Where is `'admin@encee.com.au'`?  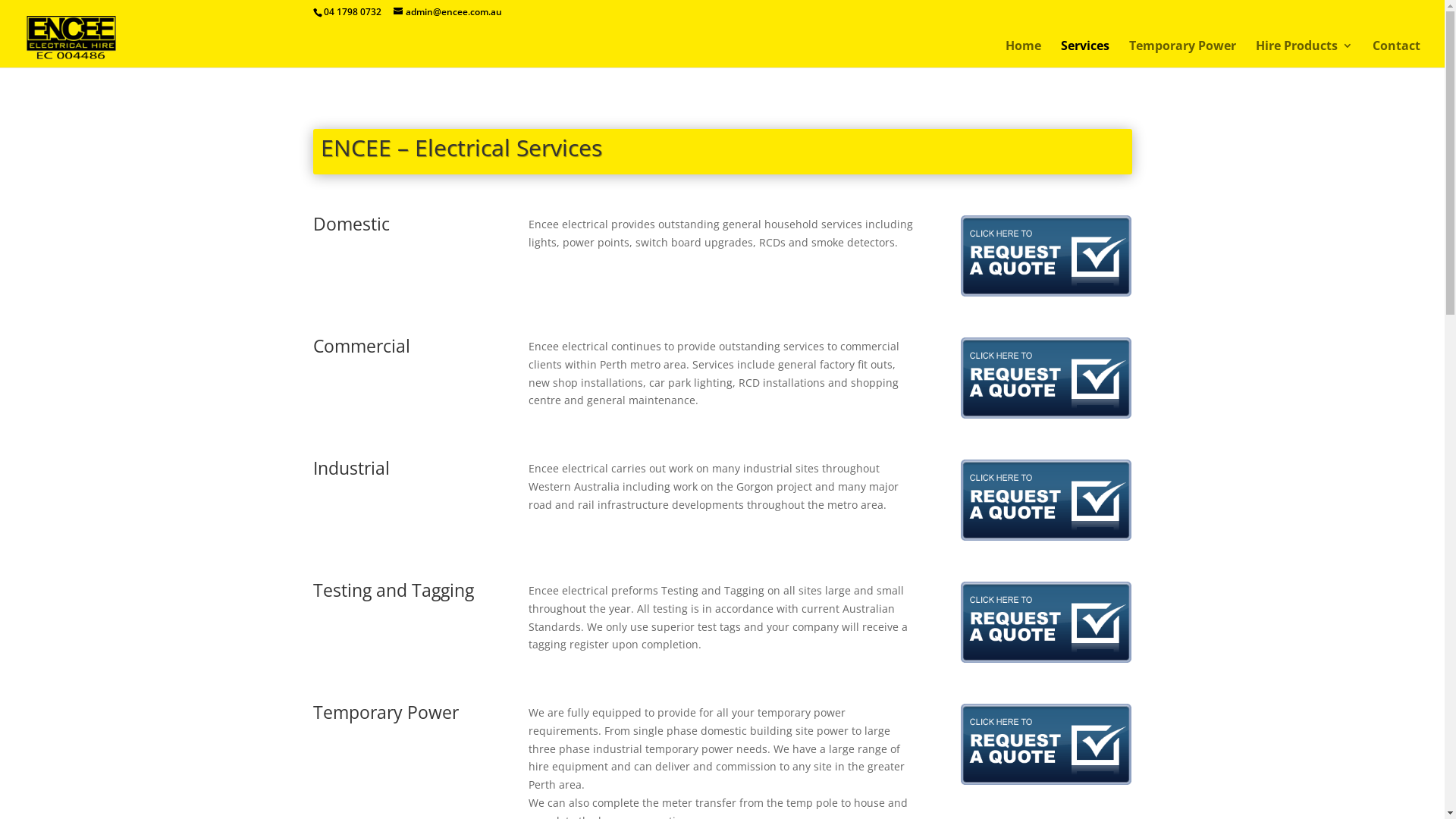 'admin@encee.com.au' is located at coordinates (393, 11).